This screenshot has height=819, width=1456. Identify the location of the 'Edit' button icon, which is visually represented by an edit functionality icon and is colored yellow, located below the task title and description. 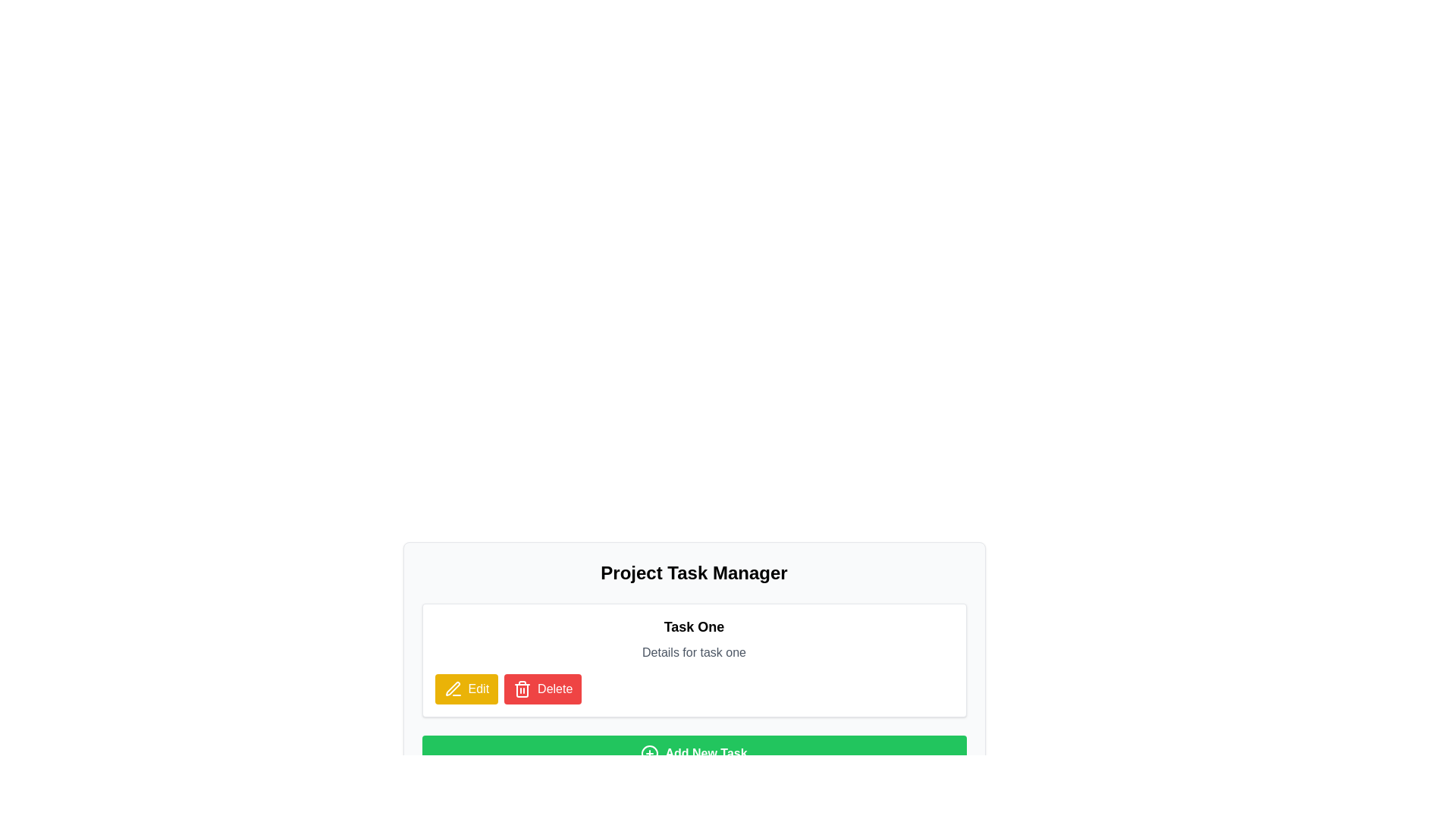
(452, 689).